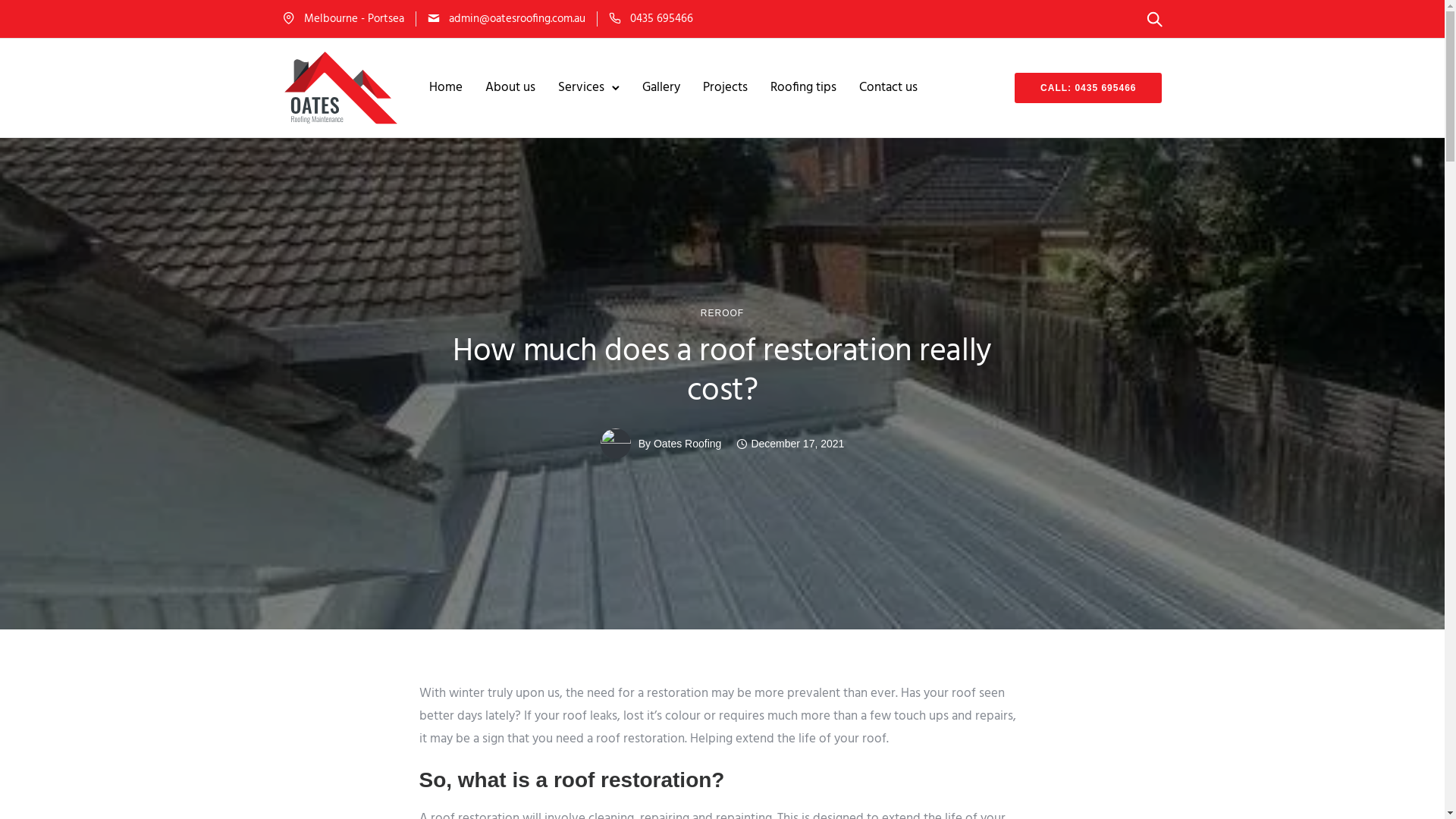 The height and width of the screenshot is (819, 1456). Describe the element at coordinates (888, 87) in the screenshot. I see `'Contact us'` at that location.